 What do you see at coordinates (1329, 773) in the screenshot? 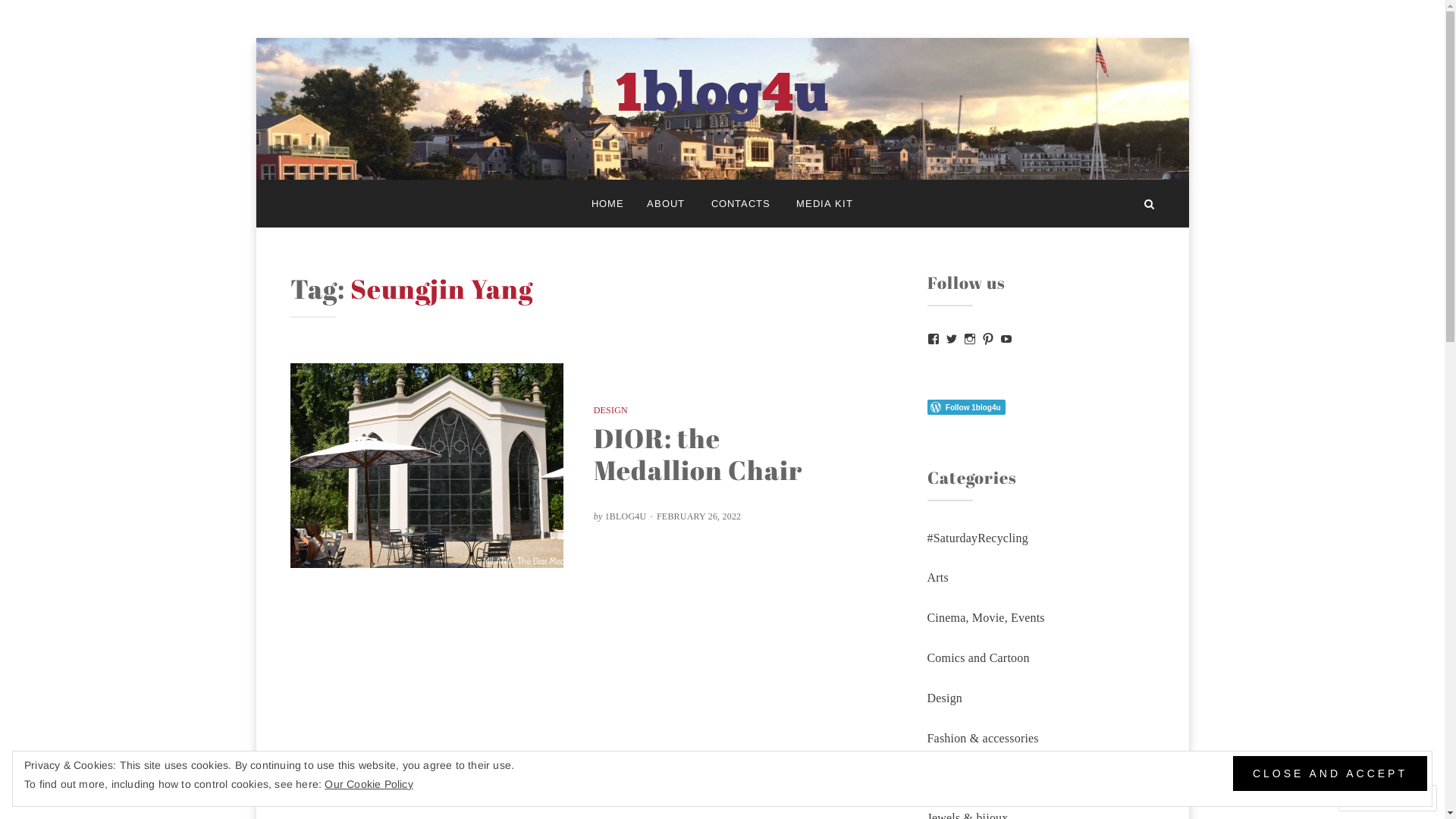
I see `'Close and accept'` at bounding box center [1329, 773].